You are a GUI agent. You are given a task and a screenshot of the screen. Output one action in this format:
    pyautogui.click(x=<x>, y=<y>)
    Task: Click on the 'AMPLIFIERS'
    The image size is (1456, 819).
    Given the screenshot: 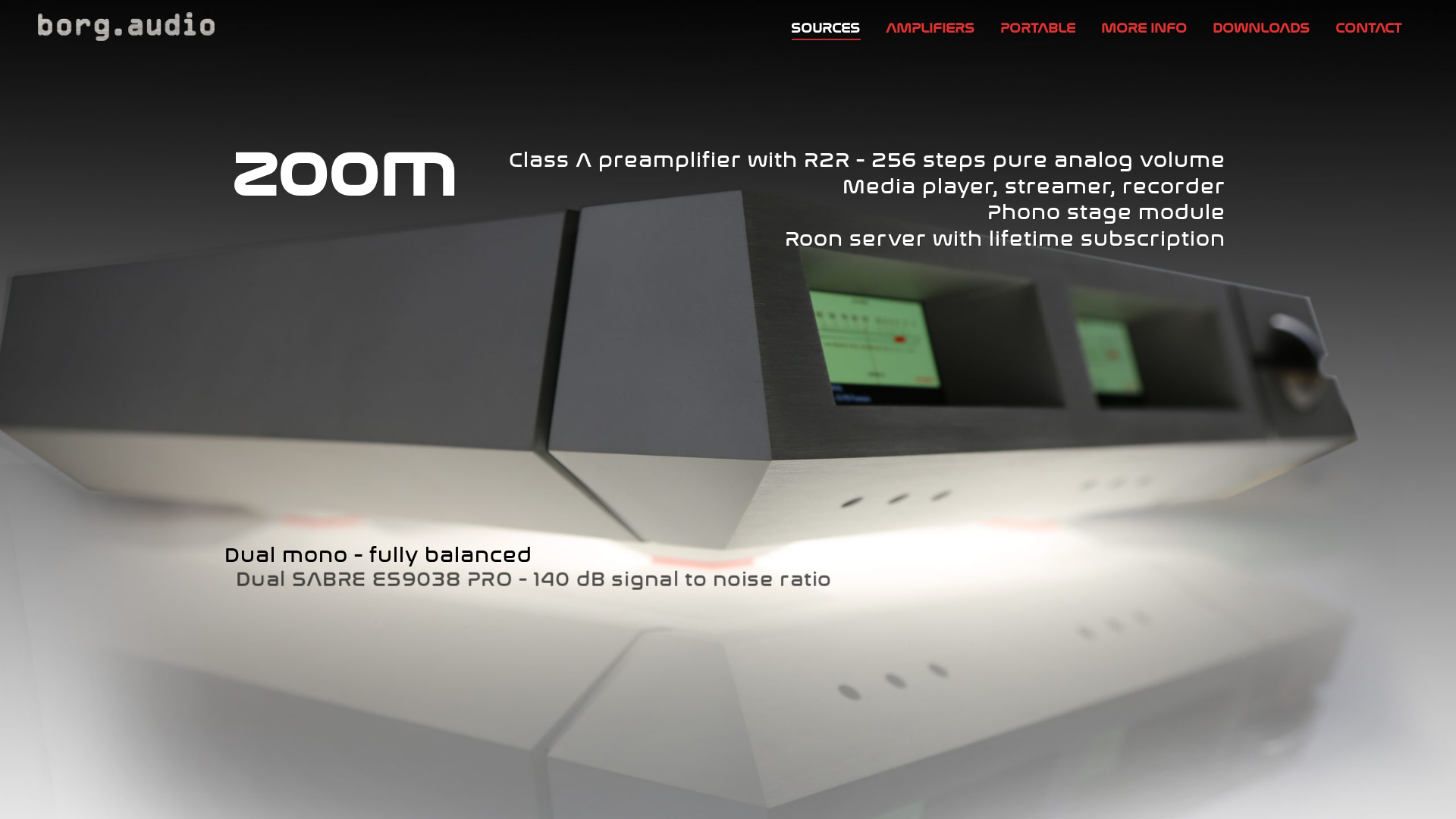 What is the action you would take?
    pyautogui.click(x=929, y=26)
    